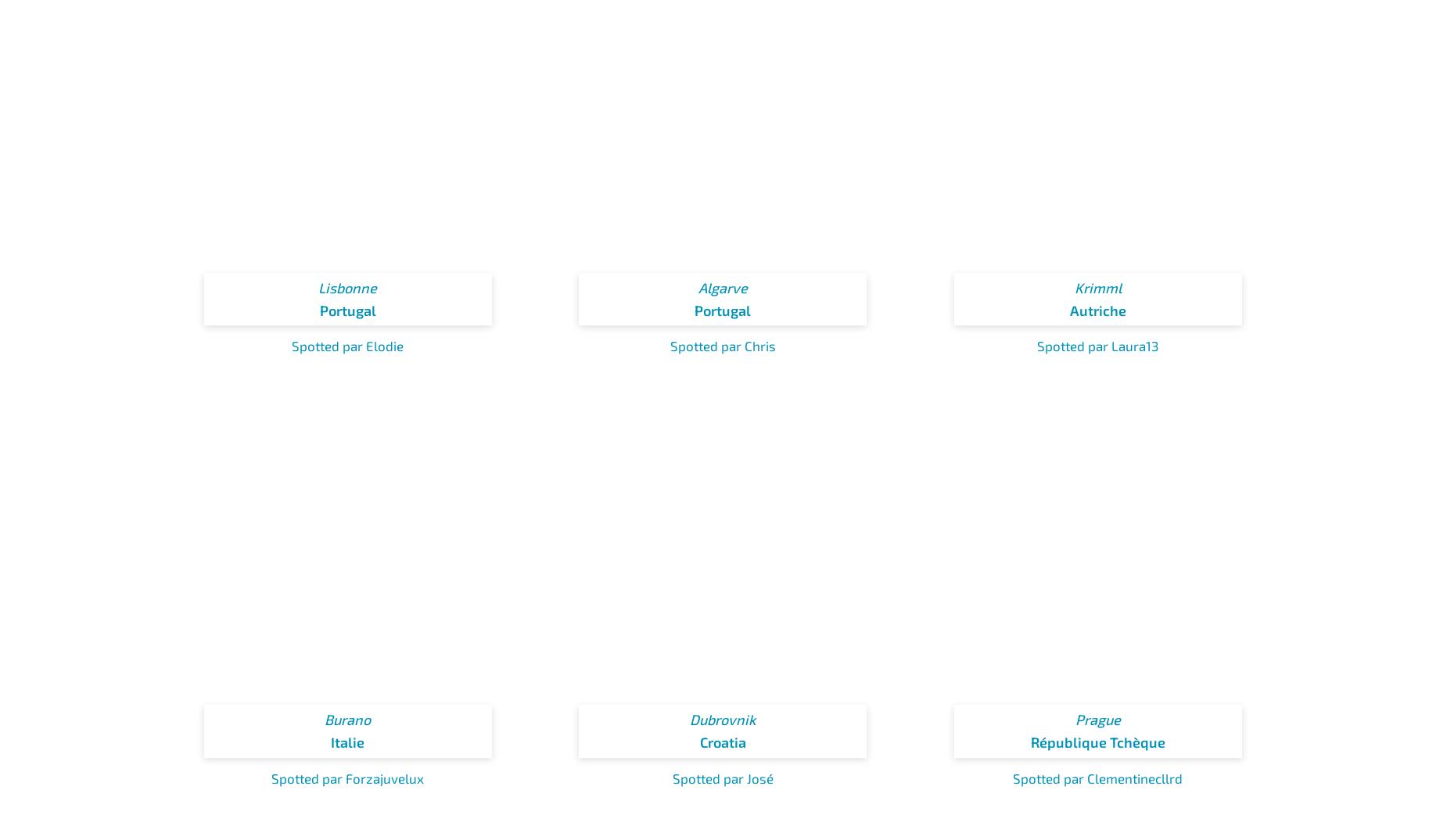  I want to click on 'Spotted par Clementinecllrd', so click(1097, 776).